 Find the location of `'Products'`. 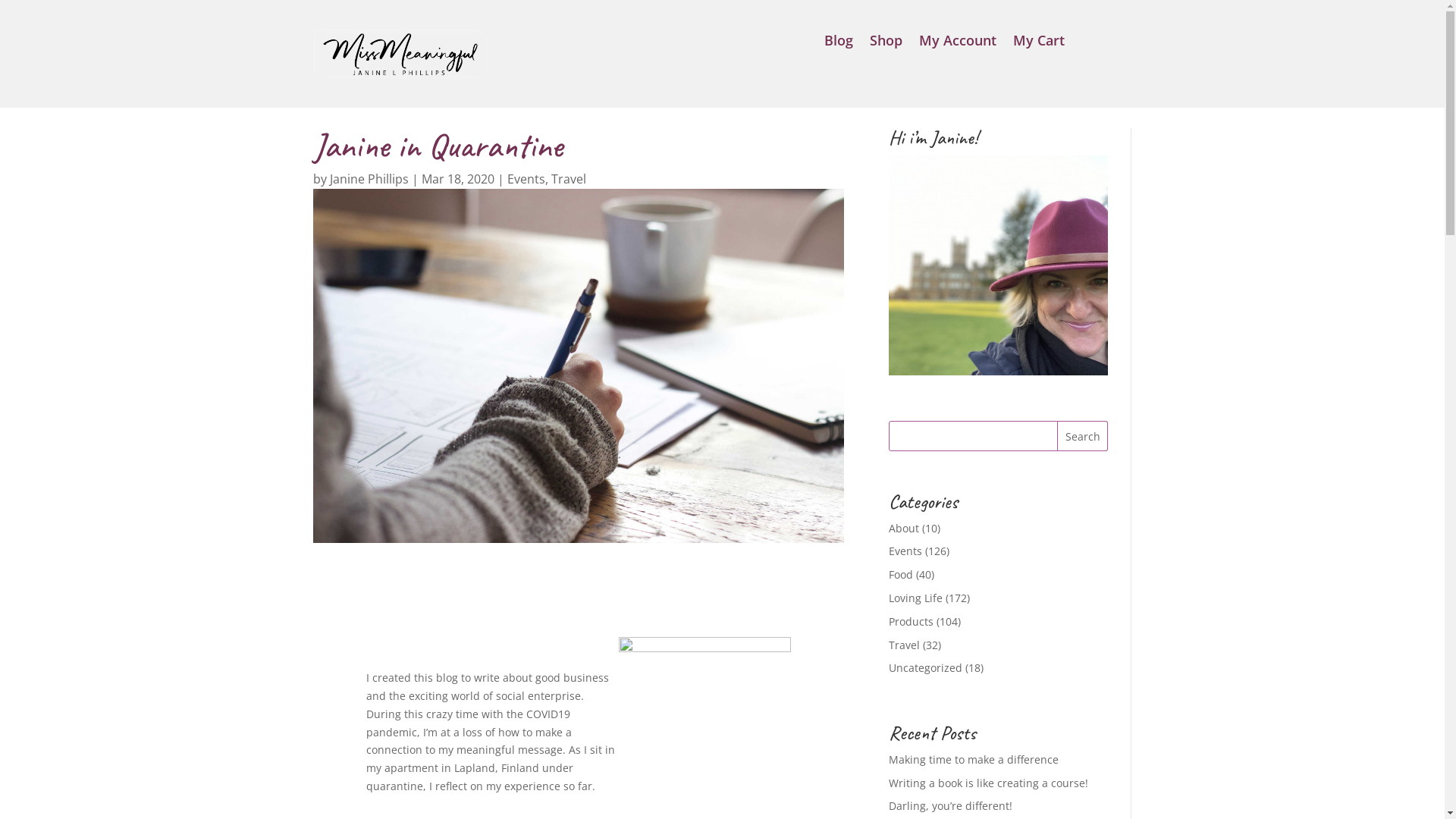

'Products' is located at coordinates (888, 621).